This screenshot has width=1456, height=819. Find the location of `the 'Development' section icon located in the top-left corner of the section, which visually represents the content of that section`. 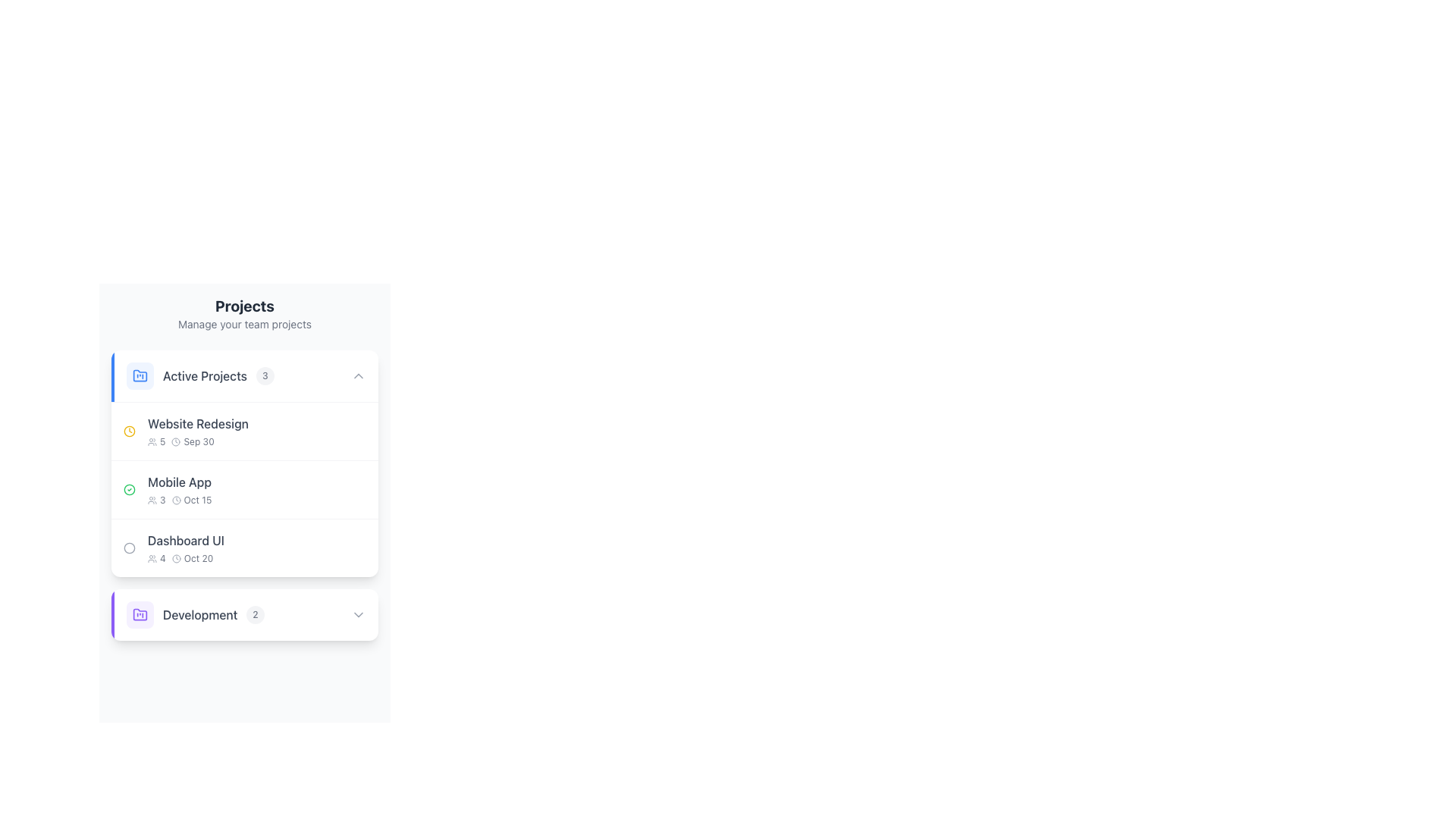

the 'Development' section icon located in the top-left corner of the section, which visually represents the content of that section is located at coordinates (140, 614).